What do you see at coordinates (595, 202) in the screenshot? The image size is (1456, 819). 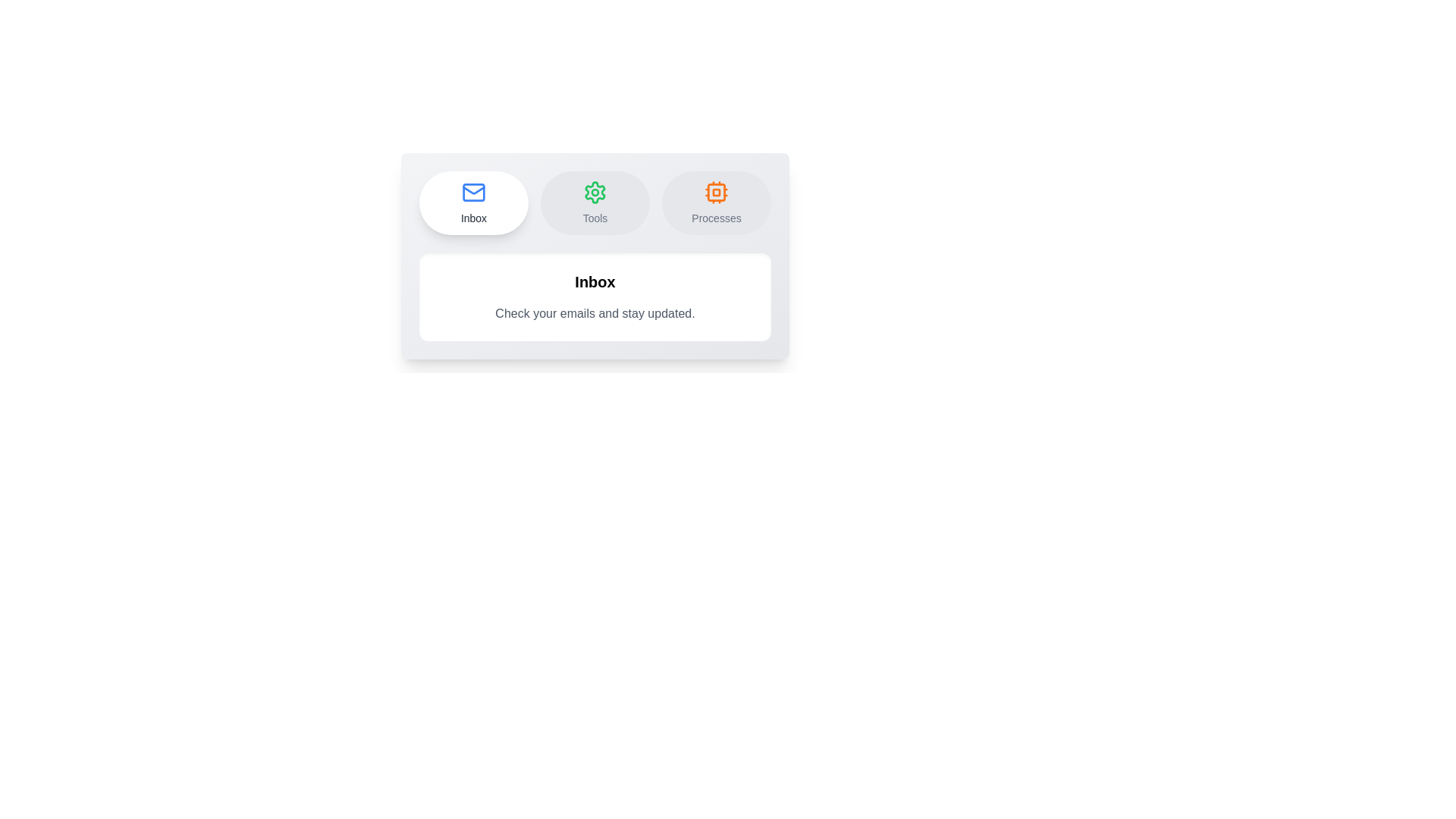 I see `the Tools tab by clicking on its respective button` at bounding box center [595, 202].